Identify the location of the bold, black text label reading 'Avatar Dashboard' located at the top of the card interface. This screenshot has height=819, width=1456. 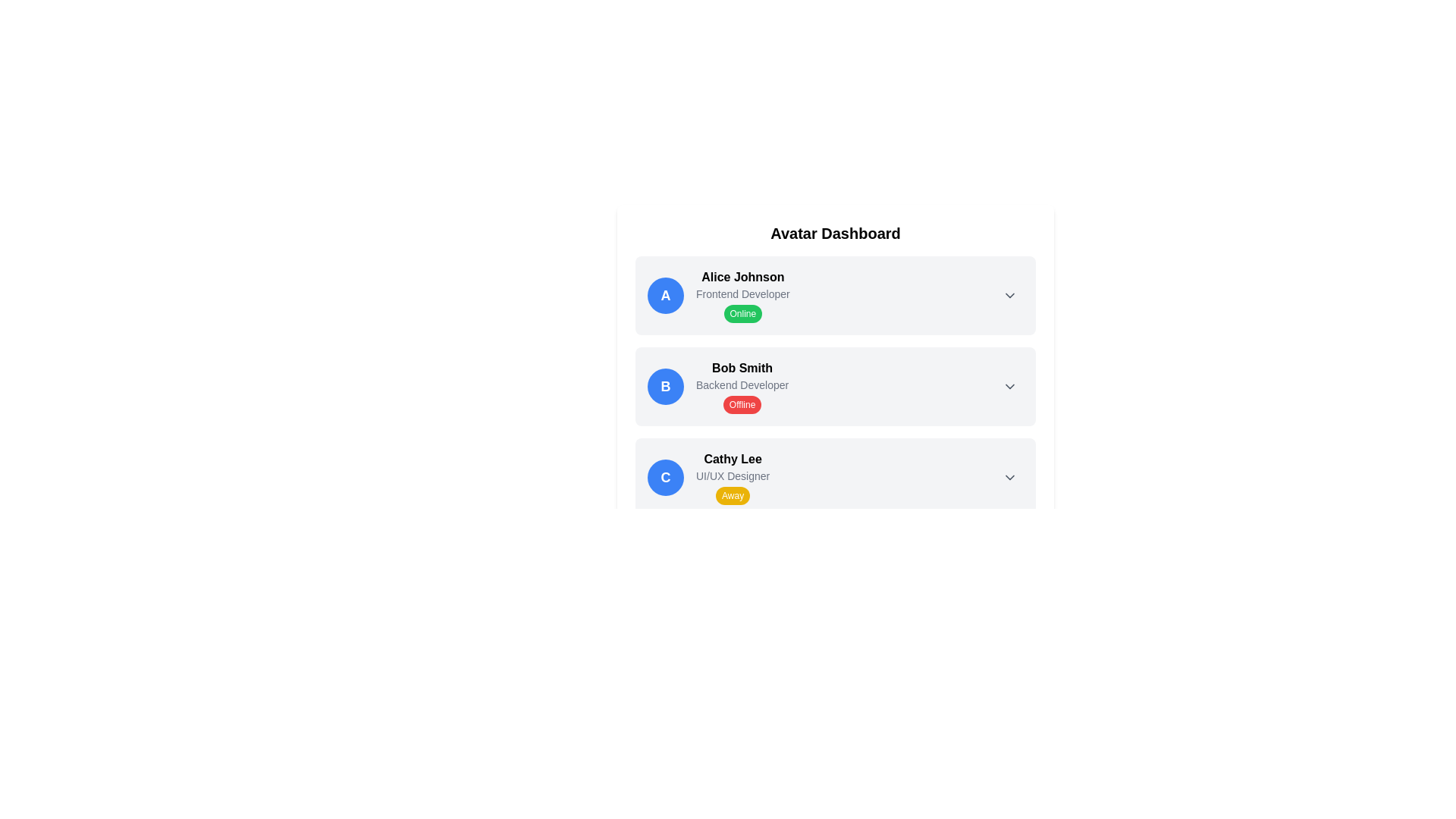
(835, 234).